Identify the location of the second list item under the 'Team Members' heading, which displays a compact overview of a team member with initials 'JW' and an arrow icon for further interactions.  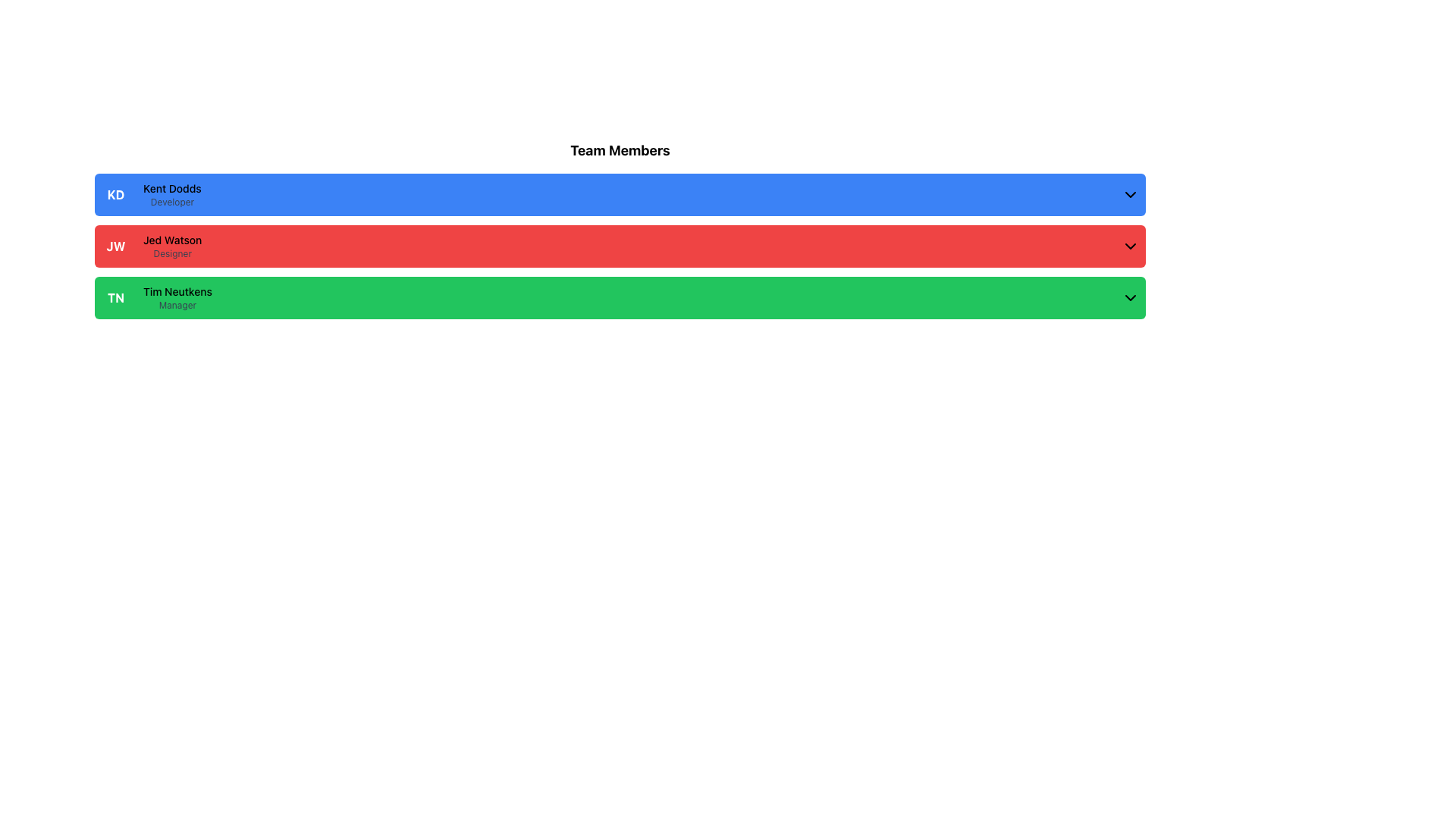
(172, 245).